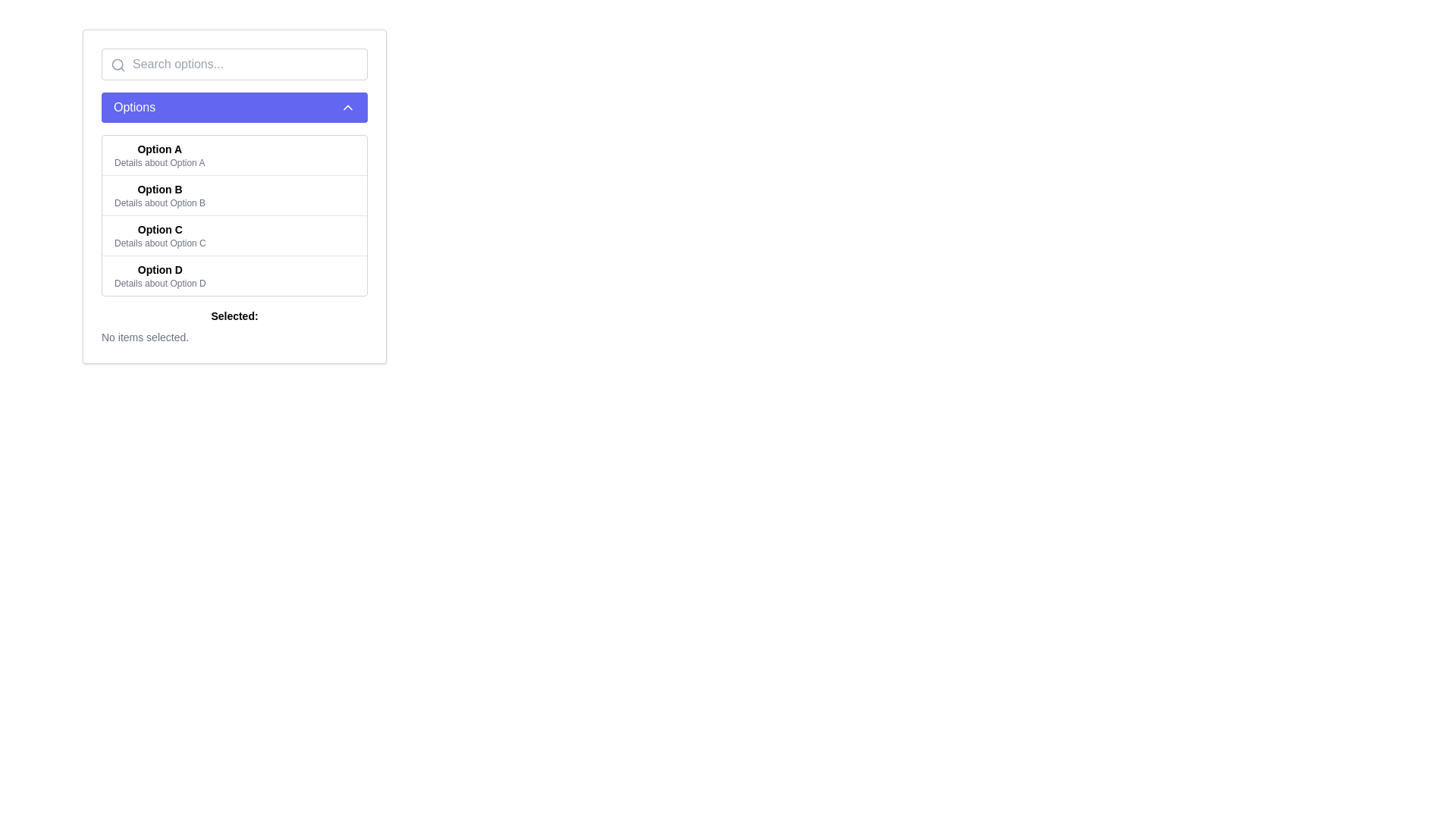 This screenshot has height=819, width=1456. I want to click on the bold text label 'Option A' which is positioned at the top of the first row in a list box, so click(159, 149).